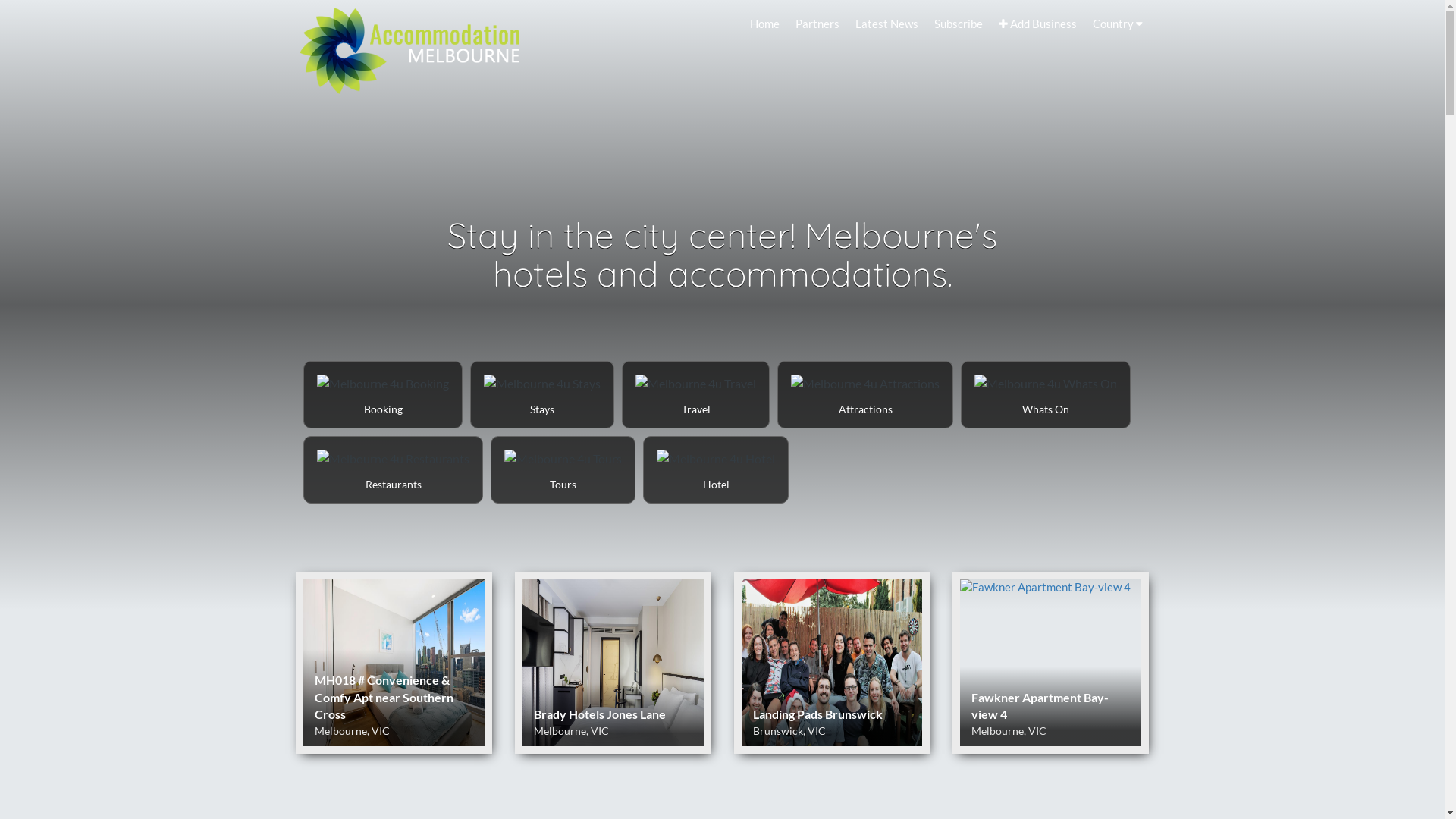 The height and width of the screenshot is (819, 1456). What do you see at coordinates (491, 469) in the screenshot?
I see `'Tours Melbourne 4u'` at bounding box center [491, 469].